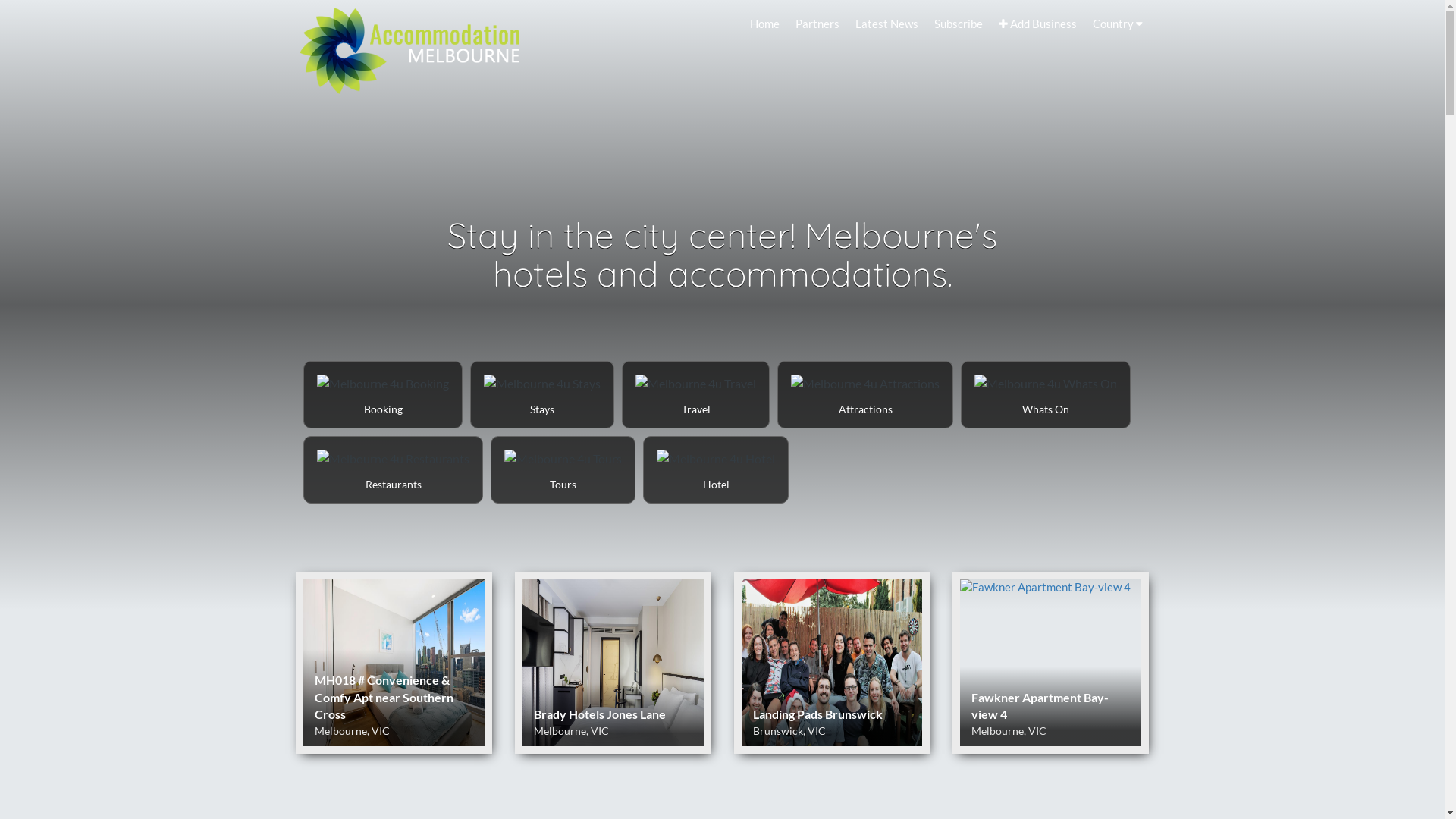 The height and width of the screenshot is (819, 1456). What do you see at coordinates (491, 469) in the screenshot?
I see `'Tours Melbourne 4u'` at bounding box center [491, 469].